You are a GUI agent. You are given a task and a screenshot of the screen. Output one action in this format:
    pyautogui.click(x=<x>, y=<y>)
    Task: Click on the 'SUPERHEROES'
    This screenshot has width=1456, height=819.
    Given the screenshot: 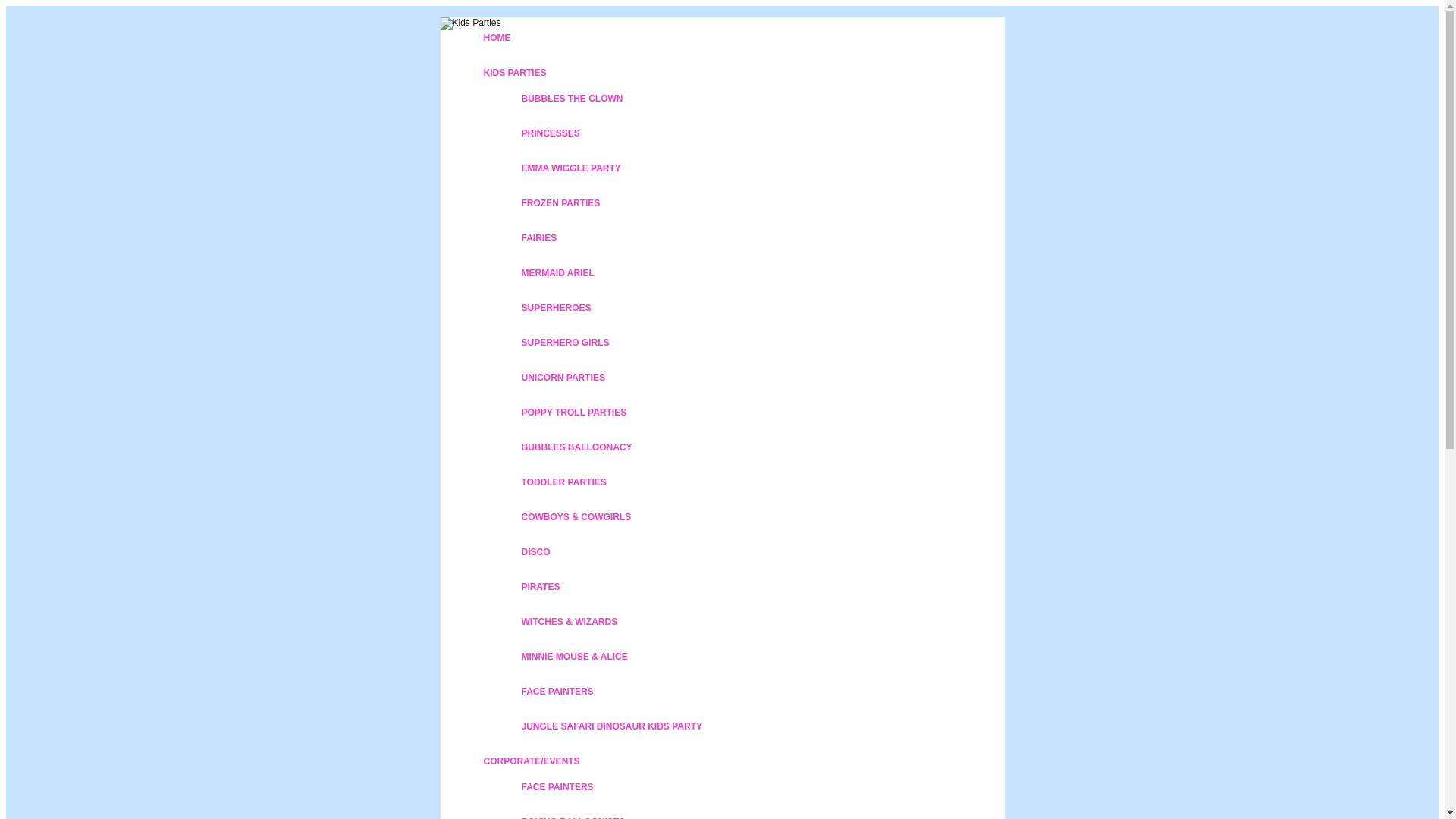 What is the action you would take?
    pyautogui.click(x=516, y=307)
    